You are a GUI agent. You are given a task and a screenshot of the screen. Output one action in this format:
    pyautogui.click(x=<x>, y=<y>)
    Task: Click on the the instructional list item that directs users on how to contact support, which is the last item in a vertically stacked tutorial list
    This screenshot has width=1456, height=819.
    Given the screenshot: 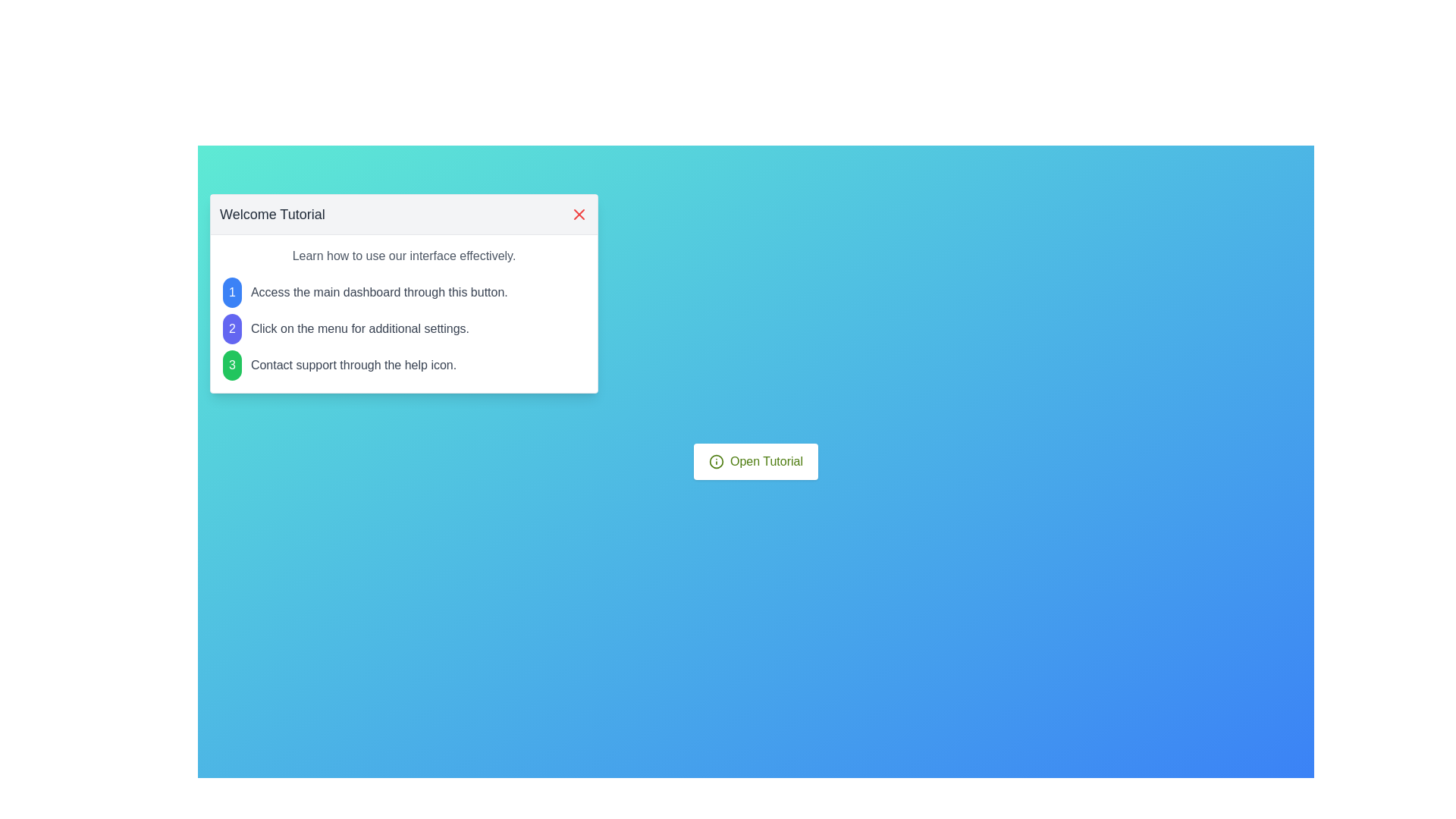 What is the action you would take?
    pyautogui.click(x=403, y=366)
    